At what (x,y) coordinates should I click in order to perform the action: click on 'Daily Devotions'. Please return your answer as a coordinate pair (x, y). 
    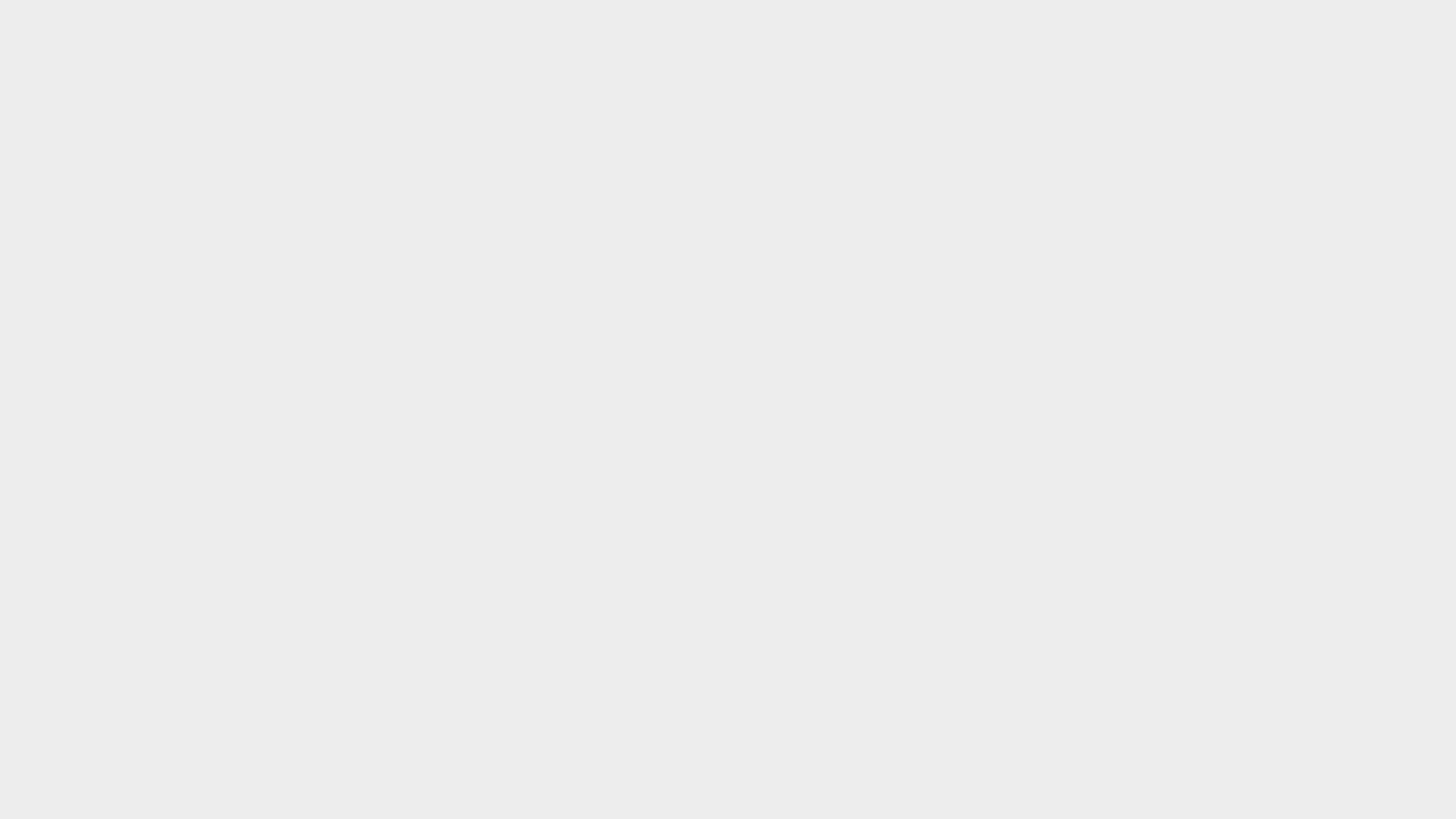
    Looking at the image, I should click on (769, 93).